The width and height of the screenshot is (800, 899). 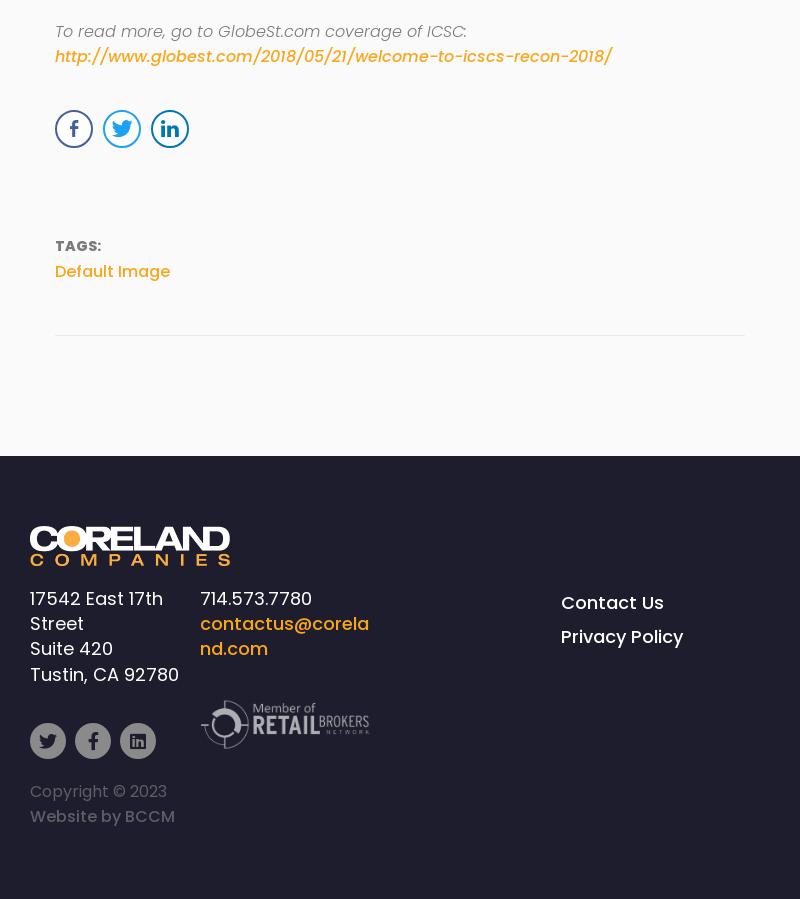 What do you see at coordinates (103, 672) in the screenshot?
I see `'Tustin, CA 92780'` at bounding box center [103, 672].